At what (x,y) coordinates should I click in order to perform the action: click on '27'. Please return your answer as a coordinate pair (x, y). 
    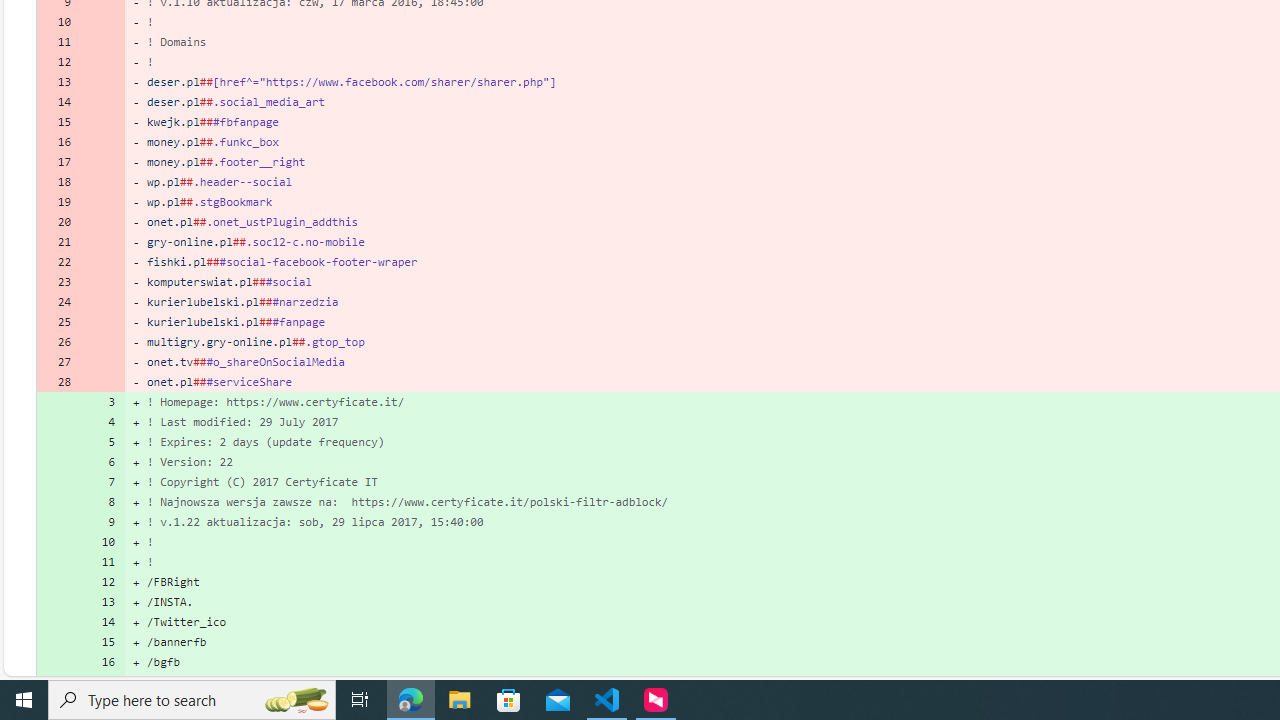
    Looking at the image, I should click on (58, 362).